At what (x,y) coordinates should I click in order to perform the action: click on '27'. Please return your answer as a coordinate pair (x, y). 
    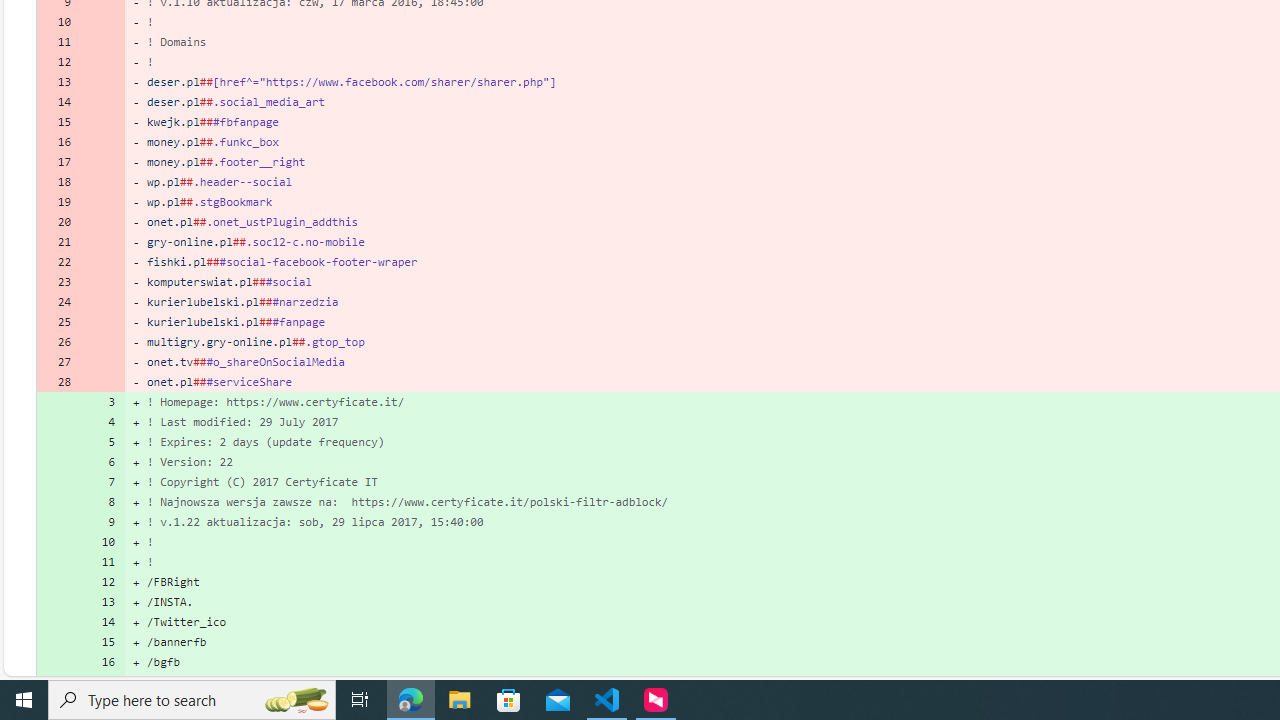
    Looking at the image, I should click on (58, 362).